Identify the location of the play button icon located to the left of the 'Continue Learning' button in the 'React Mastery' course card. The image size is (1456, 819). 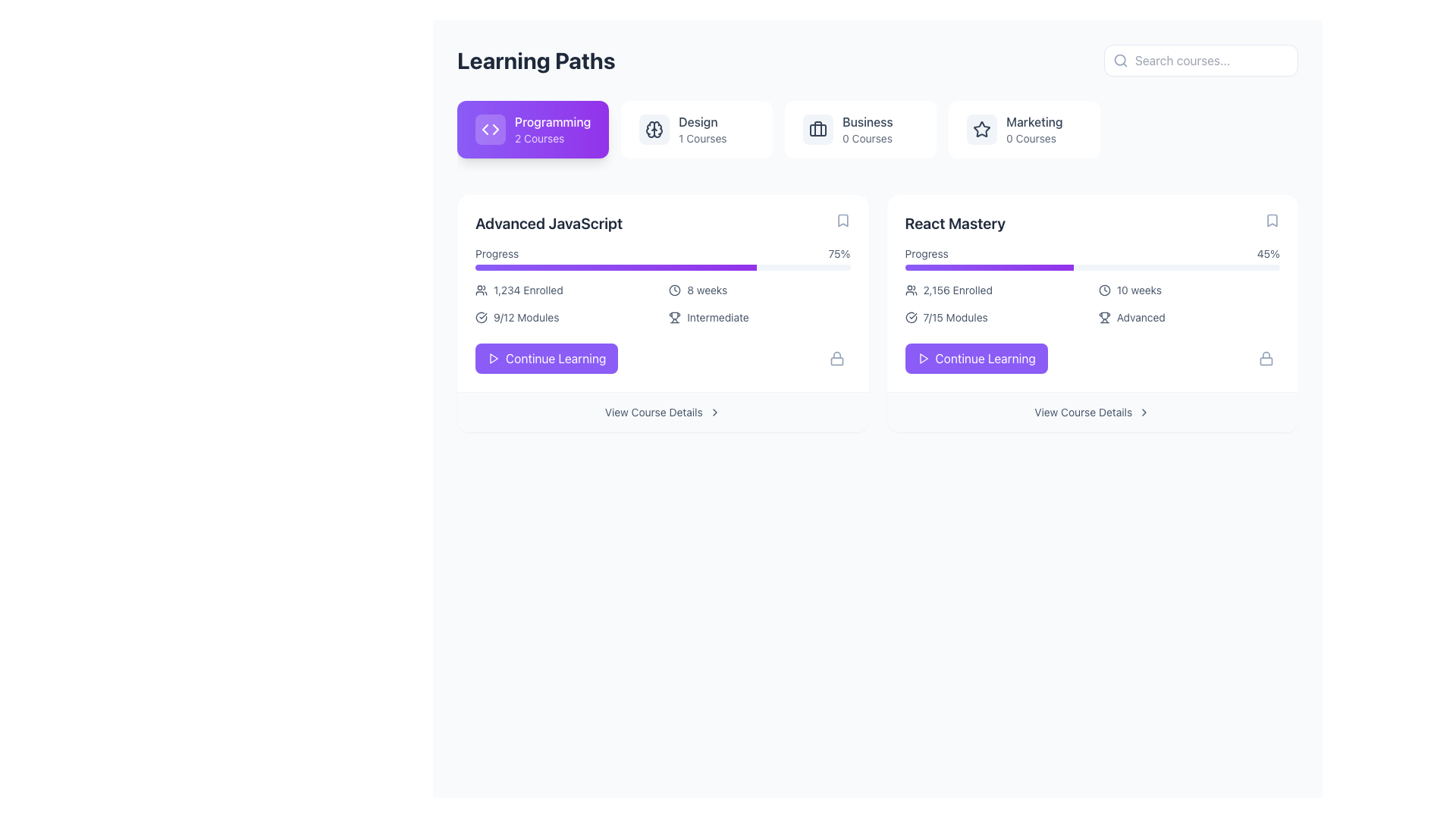
(922, 359).